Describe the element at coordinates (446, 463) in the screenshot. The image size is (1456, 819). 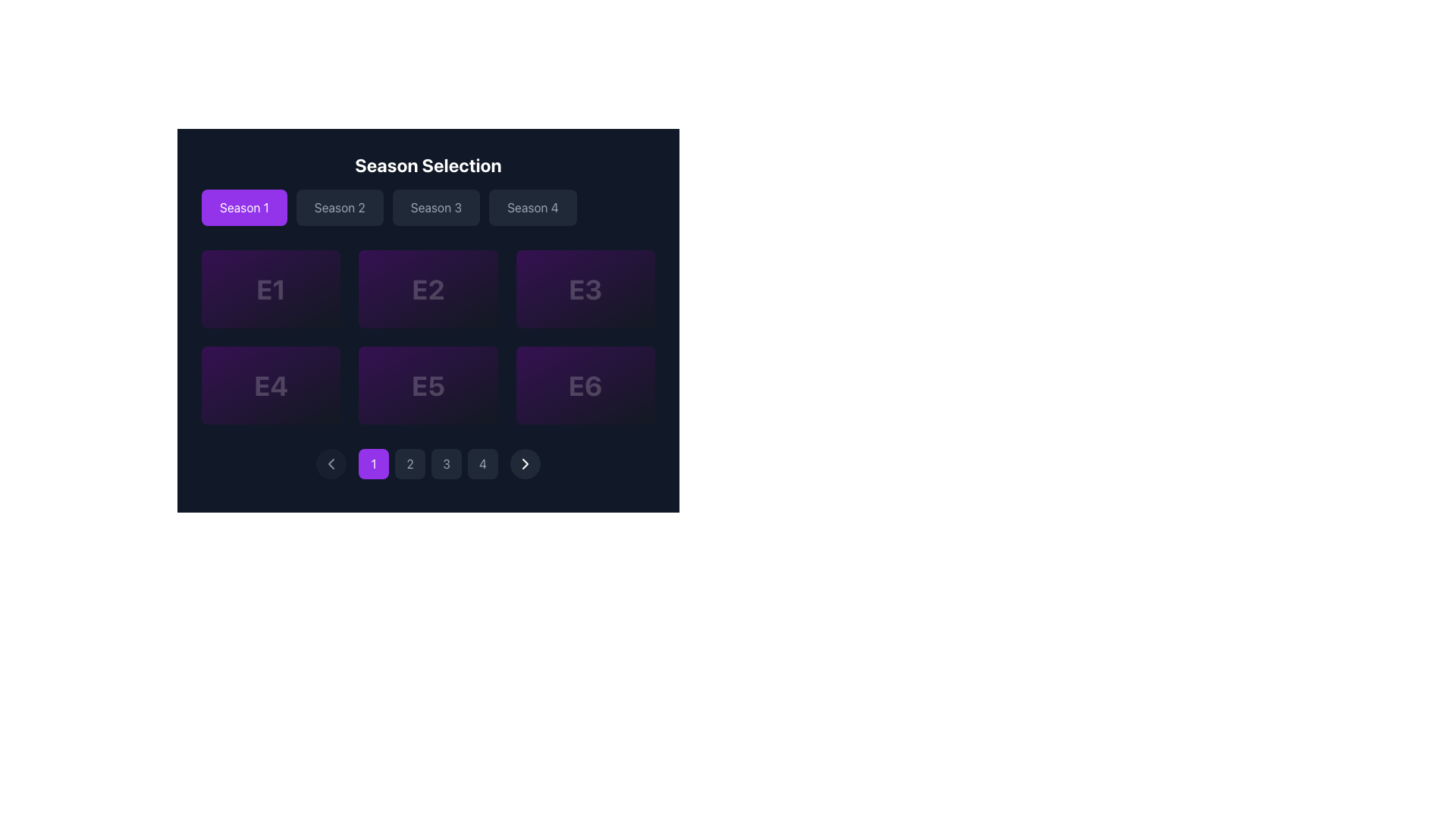
I see `the third pagination button located at the bottom center of the interface` at that location.